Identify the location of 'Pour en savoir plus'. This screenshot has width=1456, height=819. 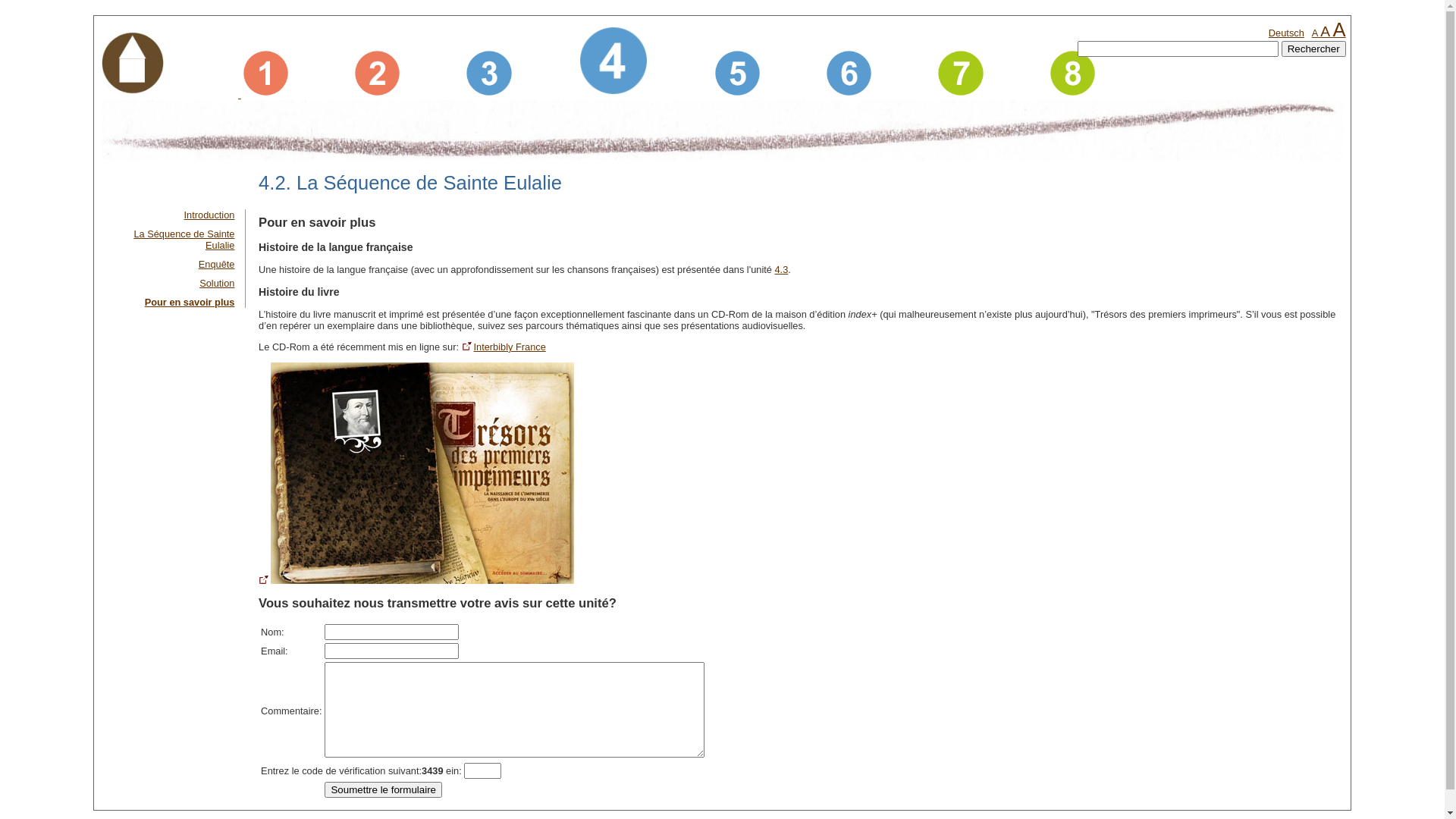
(189, 302).